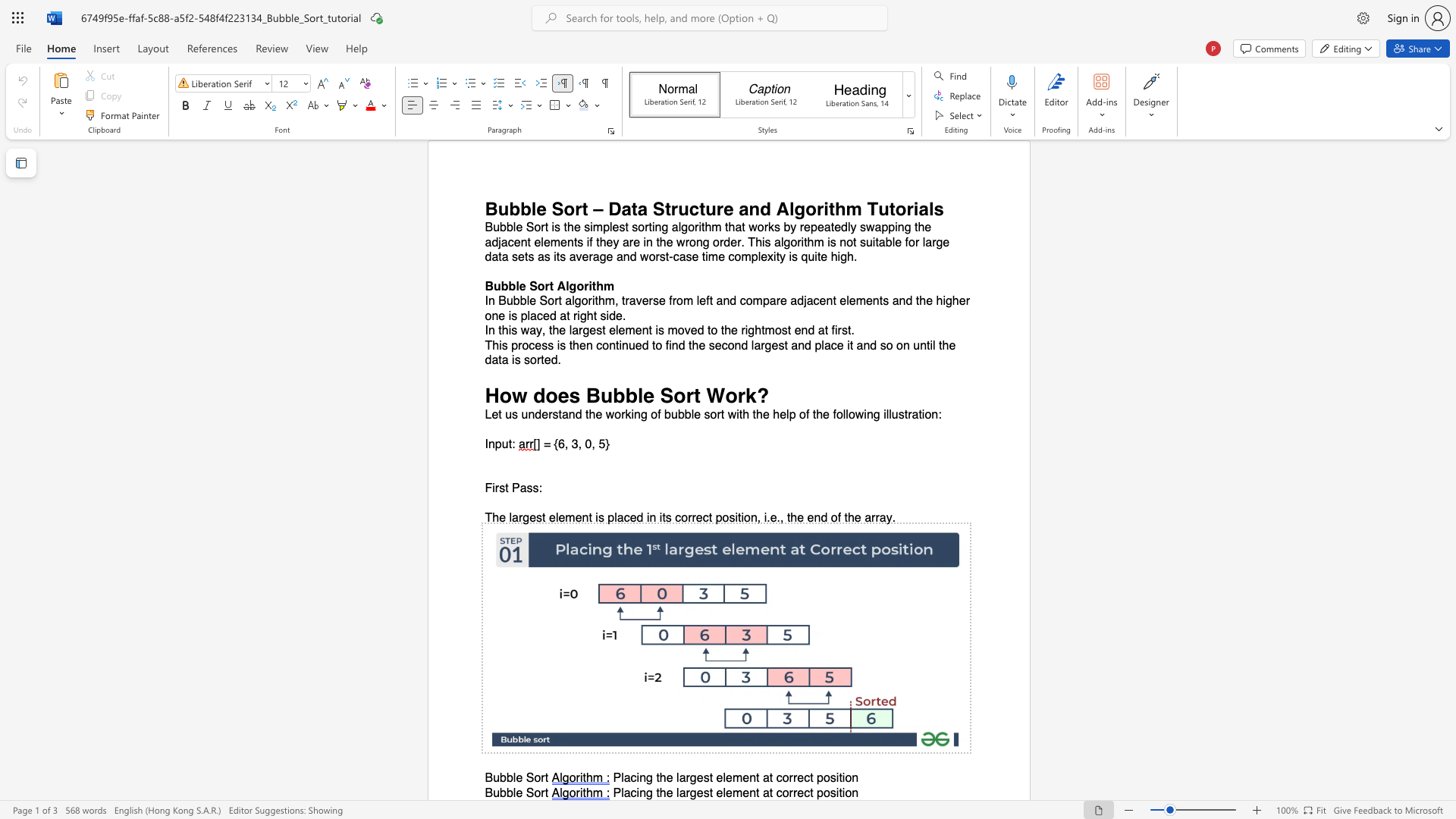  I want to click on the 1th character "r" in the text, so click(542, 792).